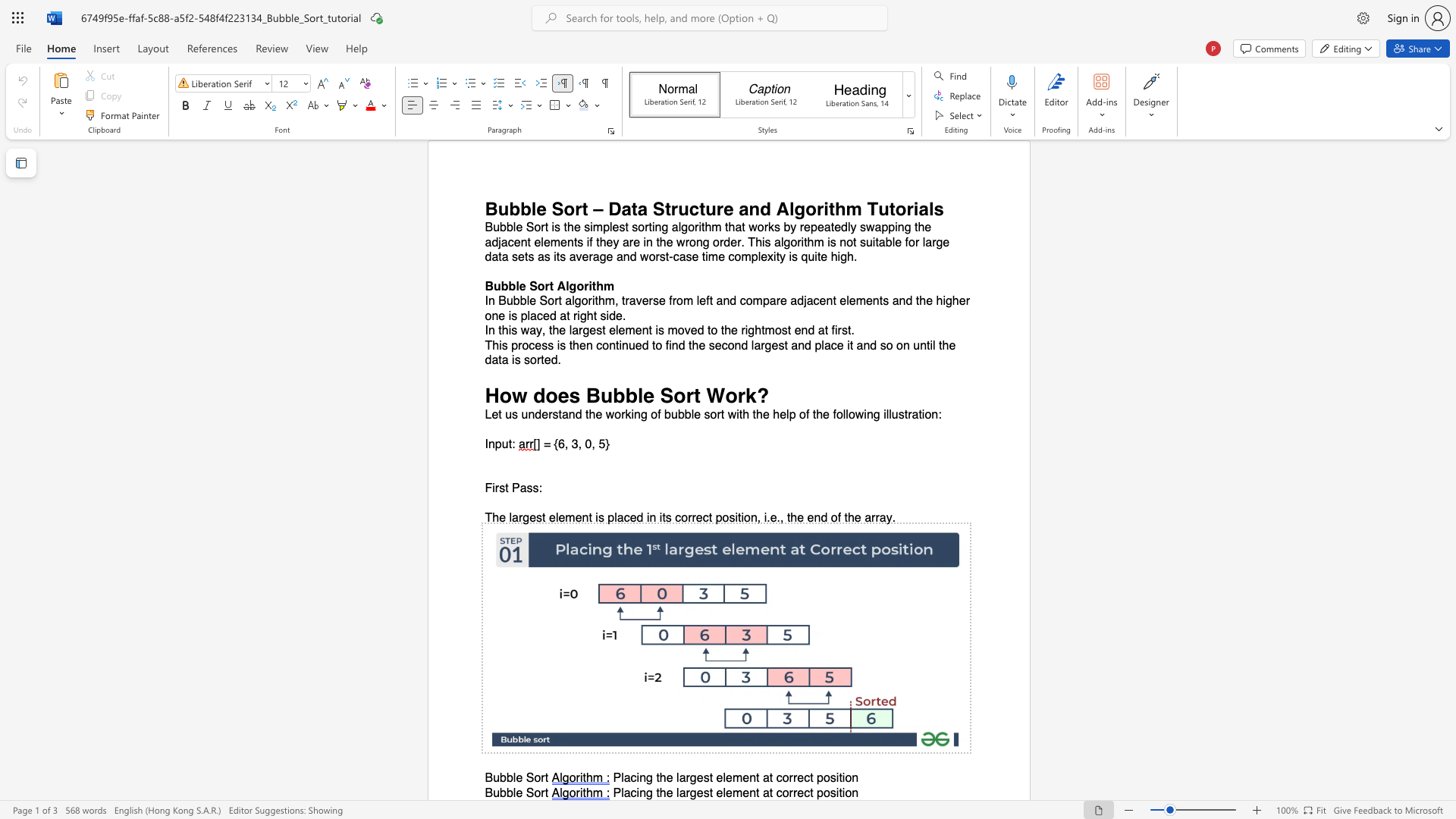  I want to click on the 1th character "r" in the text, so click(542, 792).